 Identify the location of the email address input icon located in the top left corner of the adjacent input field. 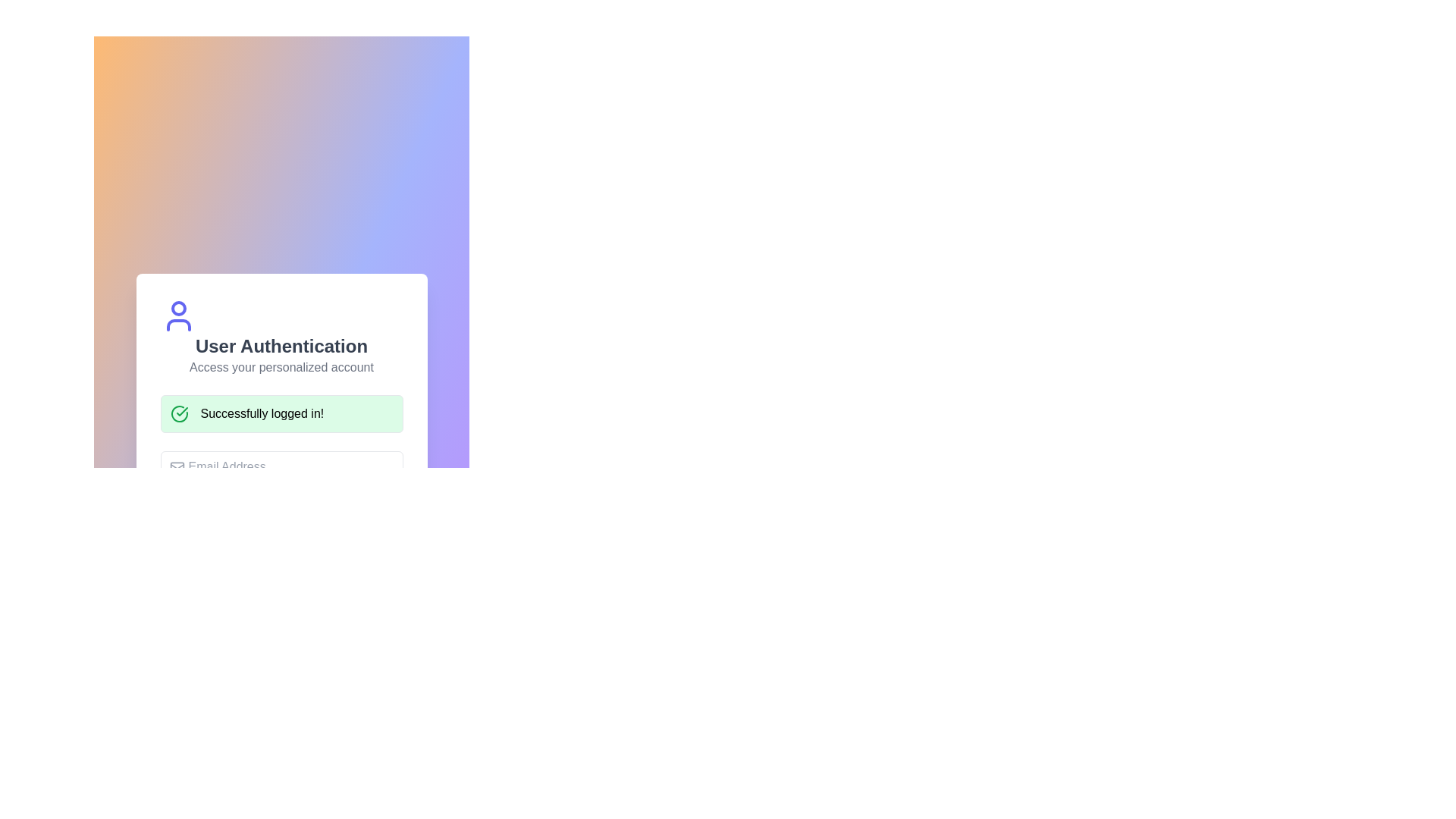
(177, 467).